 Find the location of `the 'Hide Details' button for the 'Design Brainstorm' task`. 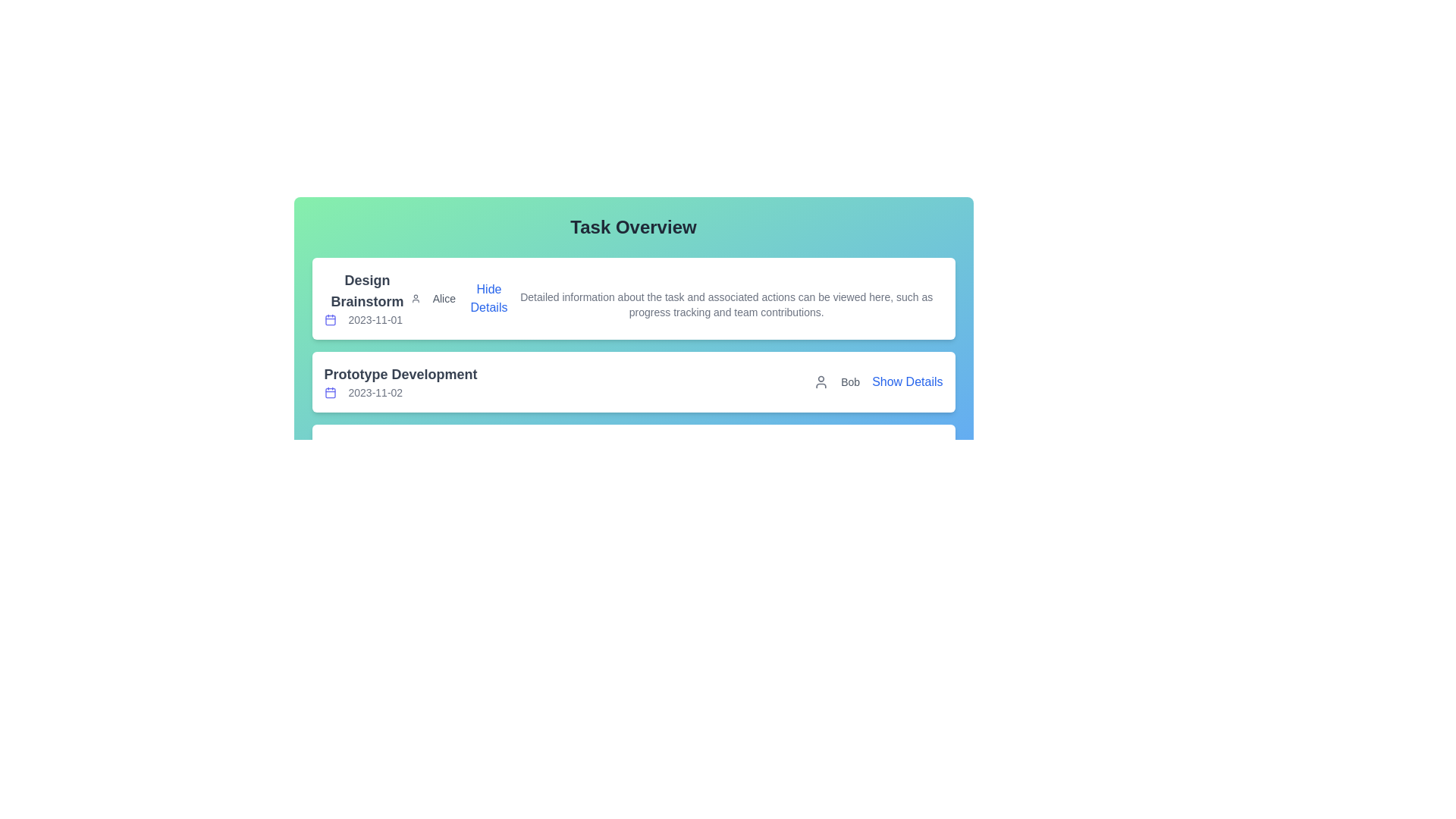

the 'Hide Details' button for the 'Design Brainstorm' task is located at coordinates (488, 298).